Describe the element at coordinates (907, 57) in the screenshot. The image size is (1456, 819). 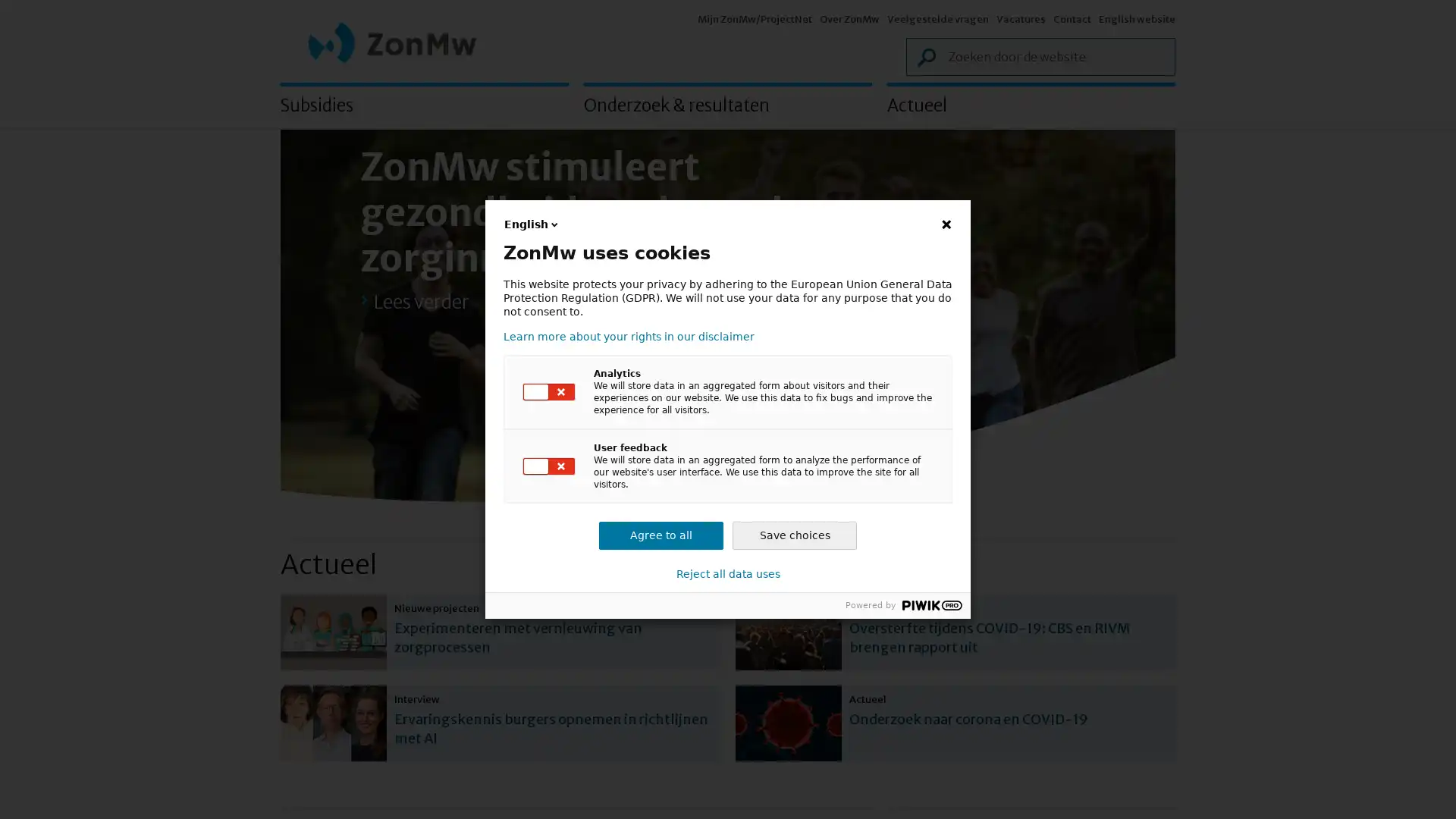
I see `Zoek` at that location.